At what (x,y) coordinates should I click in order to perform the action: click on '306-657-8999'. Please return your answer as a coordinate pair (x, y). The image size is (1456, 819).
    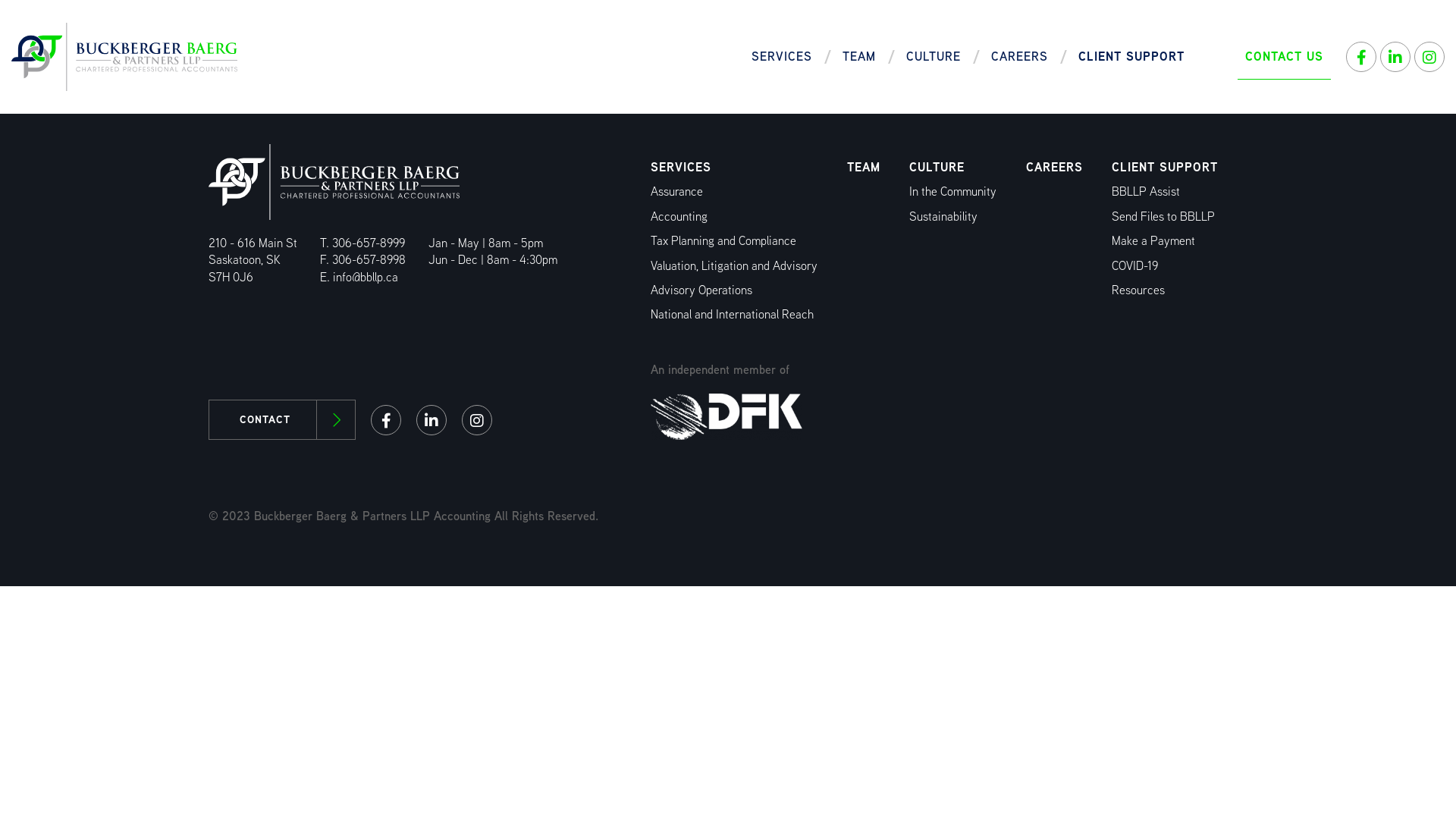
    Looking at the image, I should click on (368, 242).